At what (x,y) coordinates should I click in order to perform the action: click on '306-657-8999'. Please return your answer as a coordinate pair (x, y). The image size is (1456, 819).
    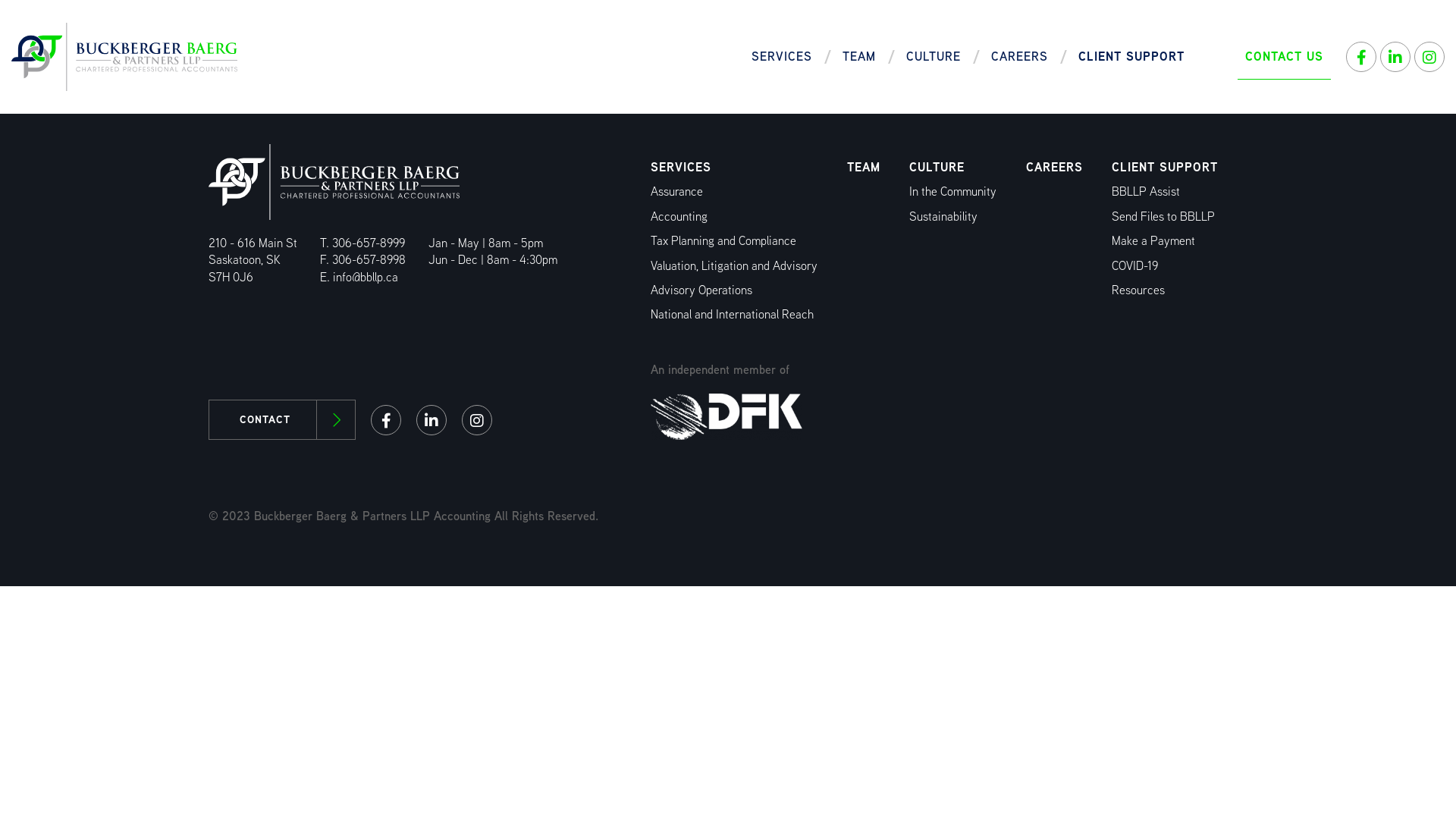
    Looking at the image, I should click on (368, 242).